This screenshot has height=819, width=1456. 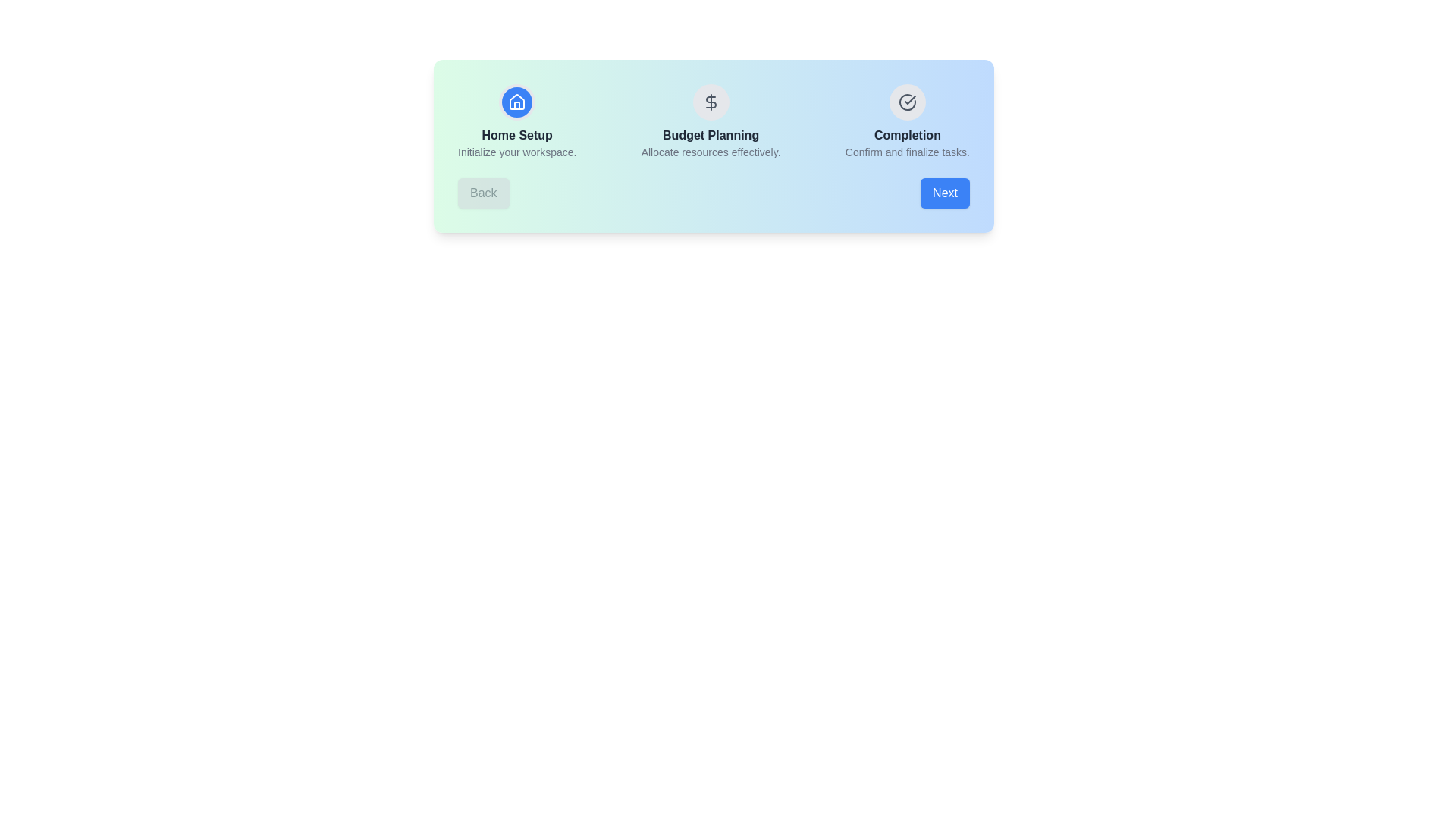 What do you see at coordinates (944, 192) in the screenshot?
I see `'Next' button to proceed to the next step in the workflow` at bounding box center [944, 192].